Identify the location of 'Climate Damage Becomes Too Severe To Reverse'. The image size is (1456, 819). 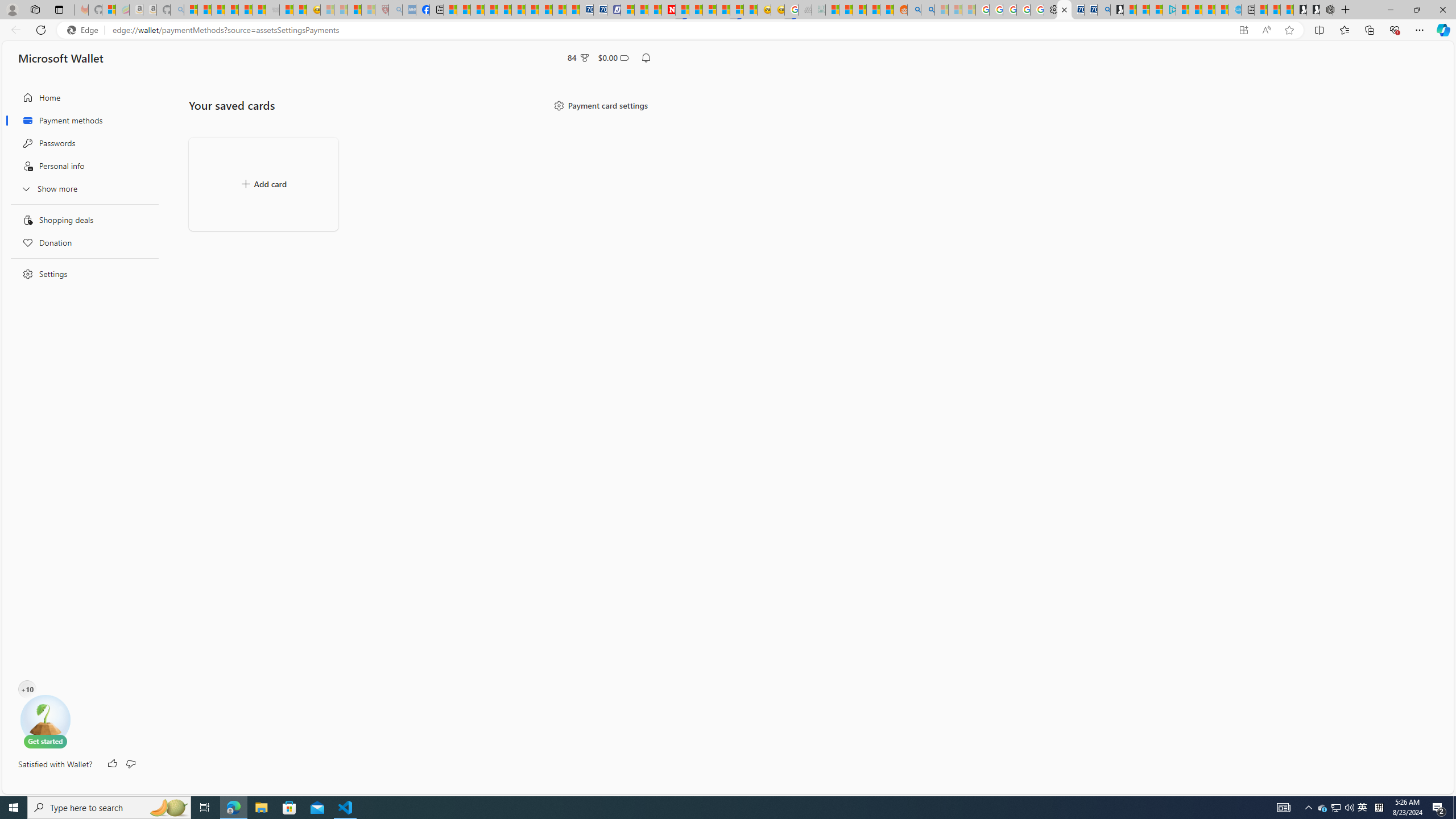
(490, 9).